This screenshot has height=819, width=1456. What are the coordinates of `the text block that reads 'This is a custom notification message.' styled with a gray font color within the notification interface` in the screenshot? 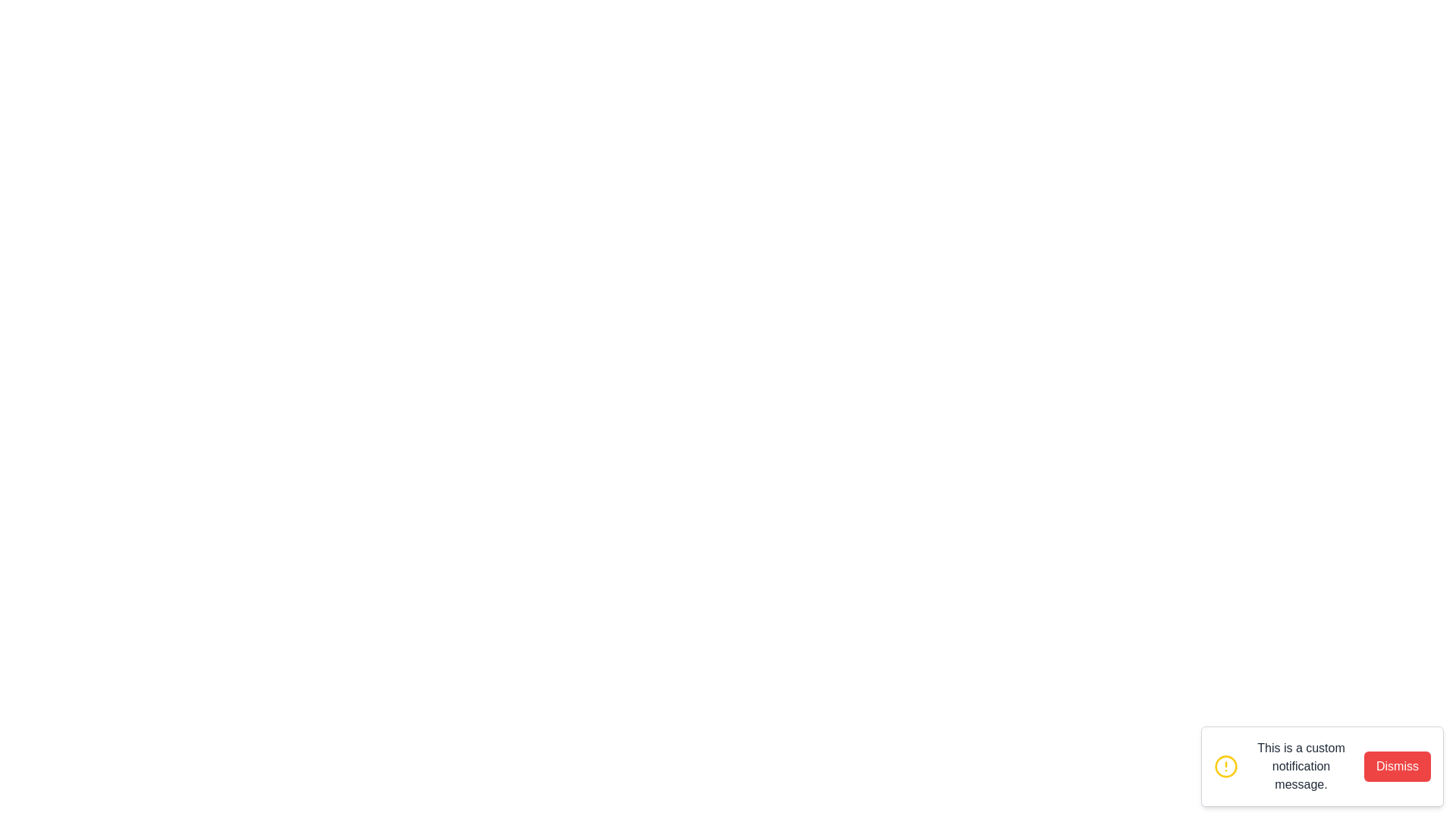 It's located at (1301, 766).